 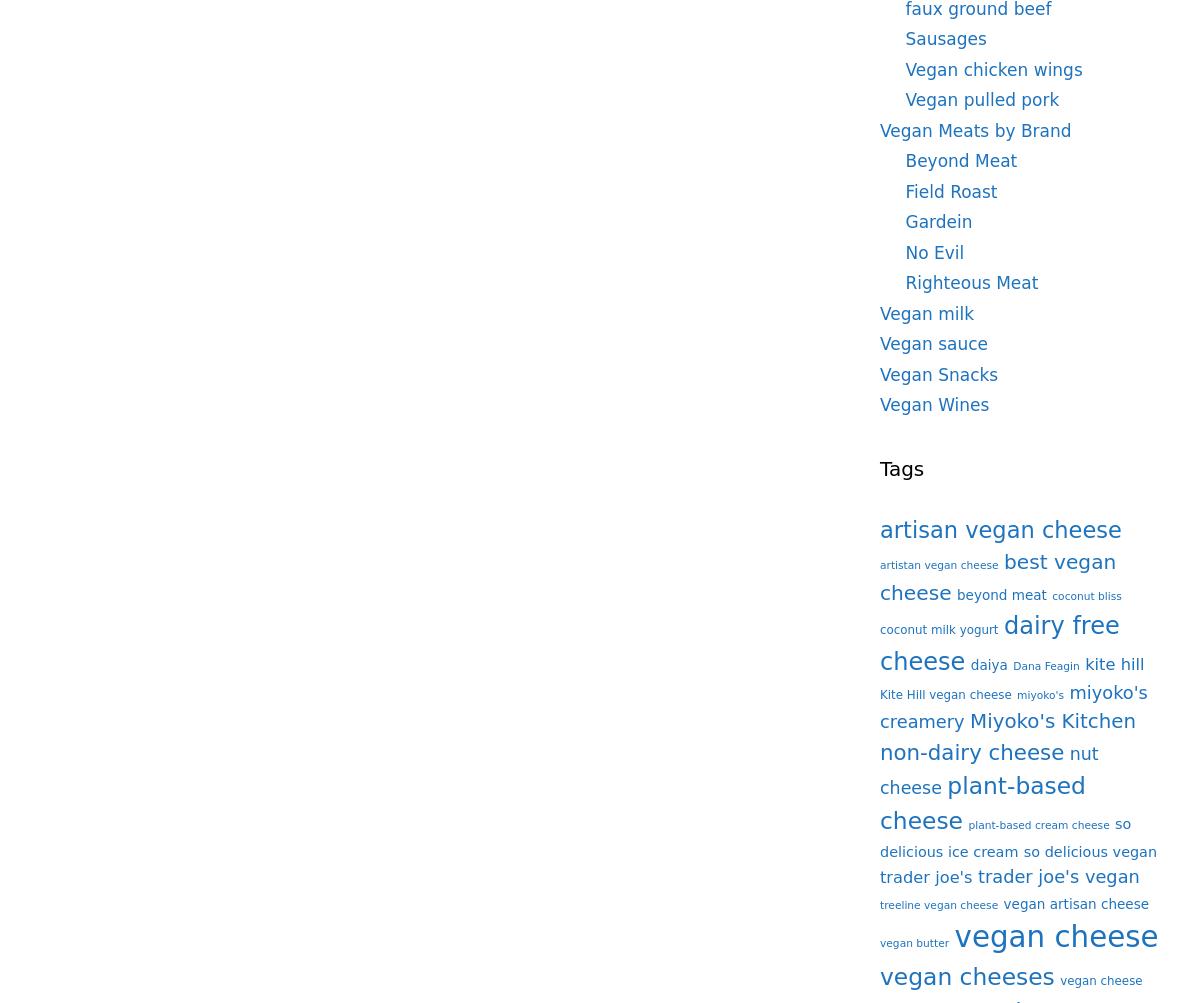 What do you see at coordinates (934, 251) in the screenshot?
I see `'No Evil'` at bounding box center [934, 251].